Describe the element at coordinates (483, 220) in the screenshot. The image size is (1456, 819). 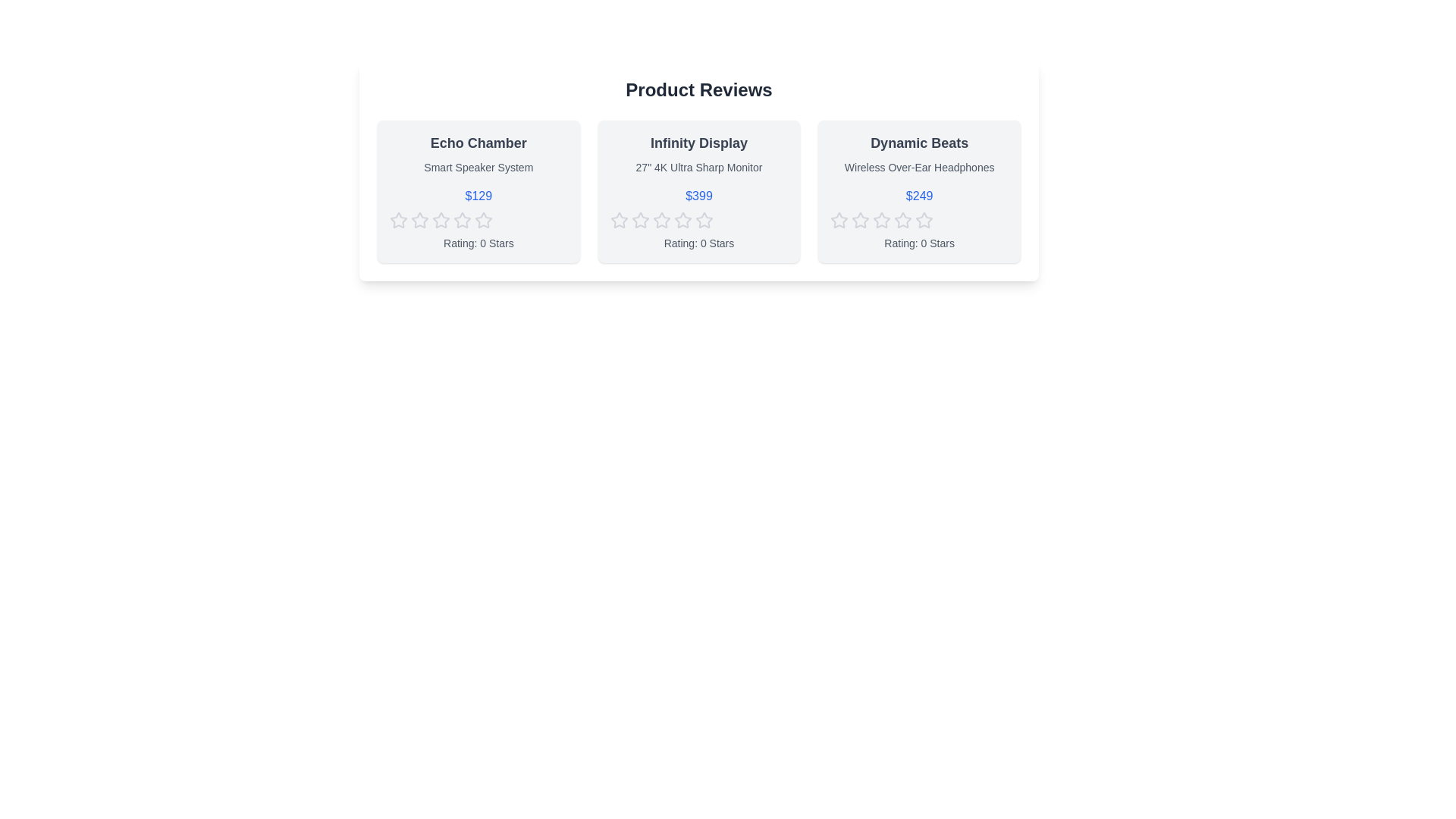
I see `the fourth Rating Star Icon in the 'Echo Chamber' product review card, which is styled in gray and is part of a sequence of five stars used for ratings` at that location.